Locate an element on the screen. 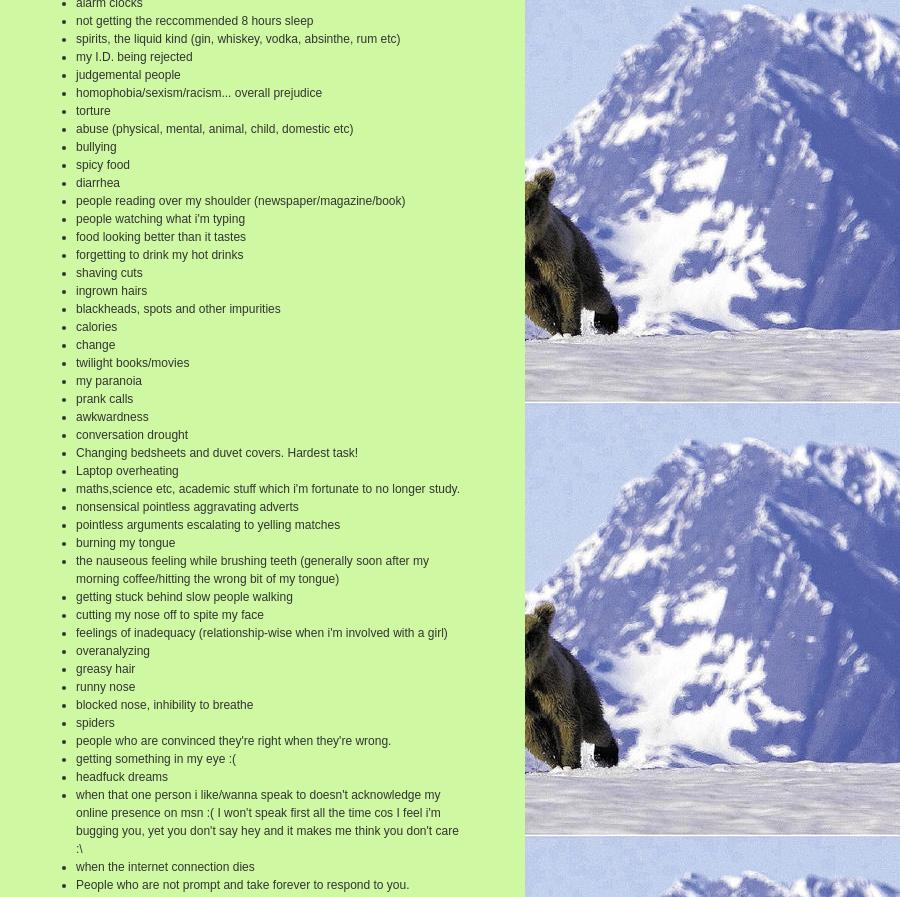 This screenshot has height=897, width=900. 'blocked nose, inhibility to breathe' is located at coordinates (74, 705).